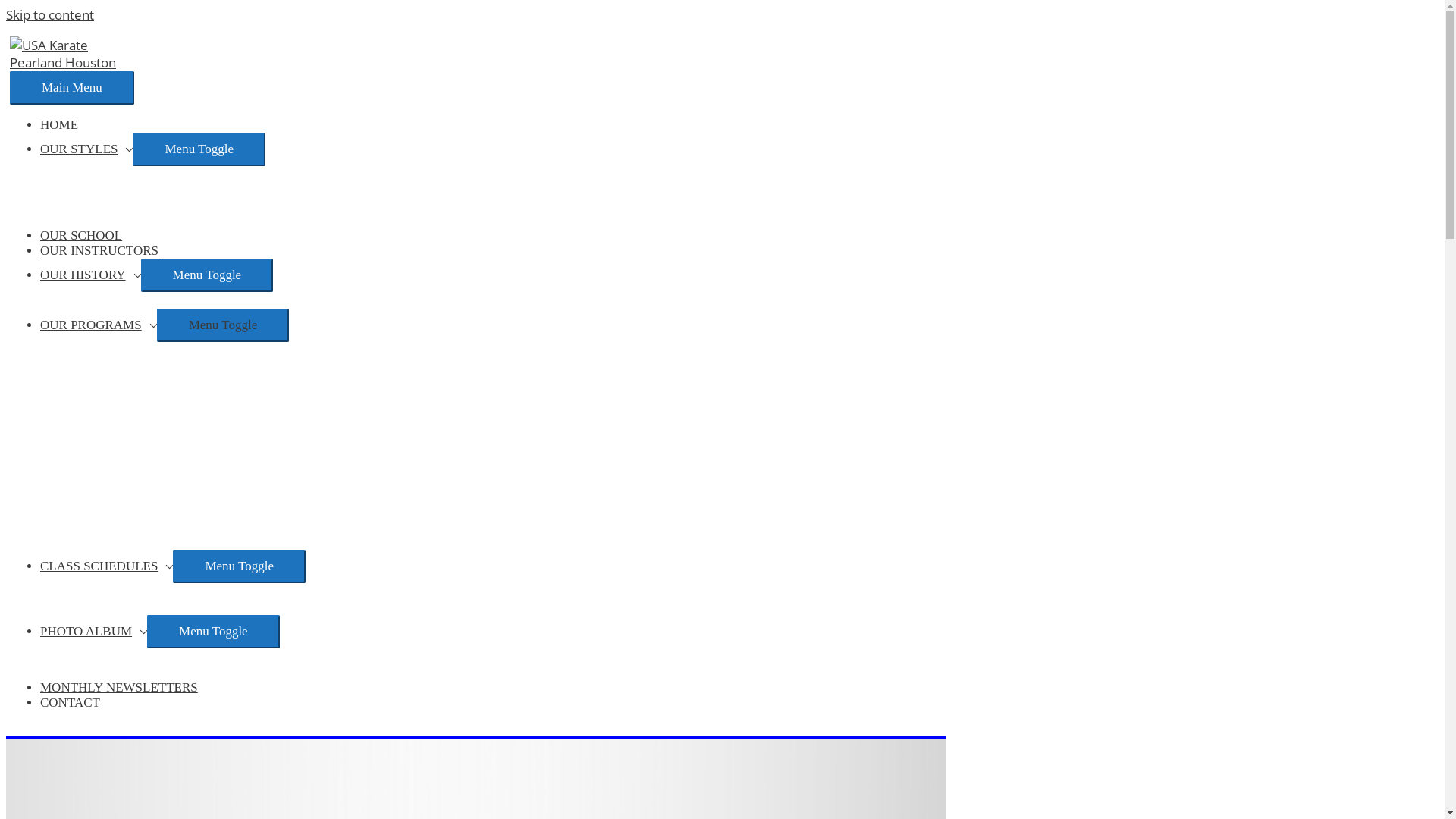 The width and height of the screenshot is (1456, 819). What do you see at coordinates (212, 632) in the screenshot?
I see `'Menu Toggle'` at bounding box center [212, 632].